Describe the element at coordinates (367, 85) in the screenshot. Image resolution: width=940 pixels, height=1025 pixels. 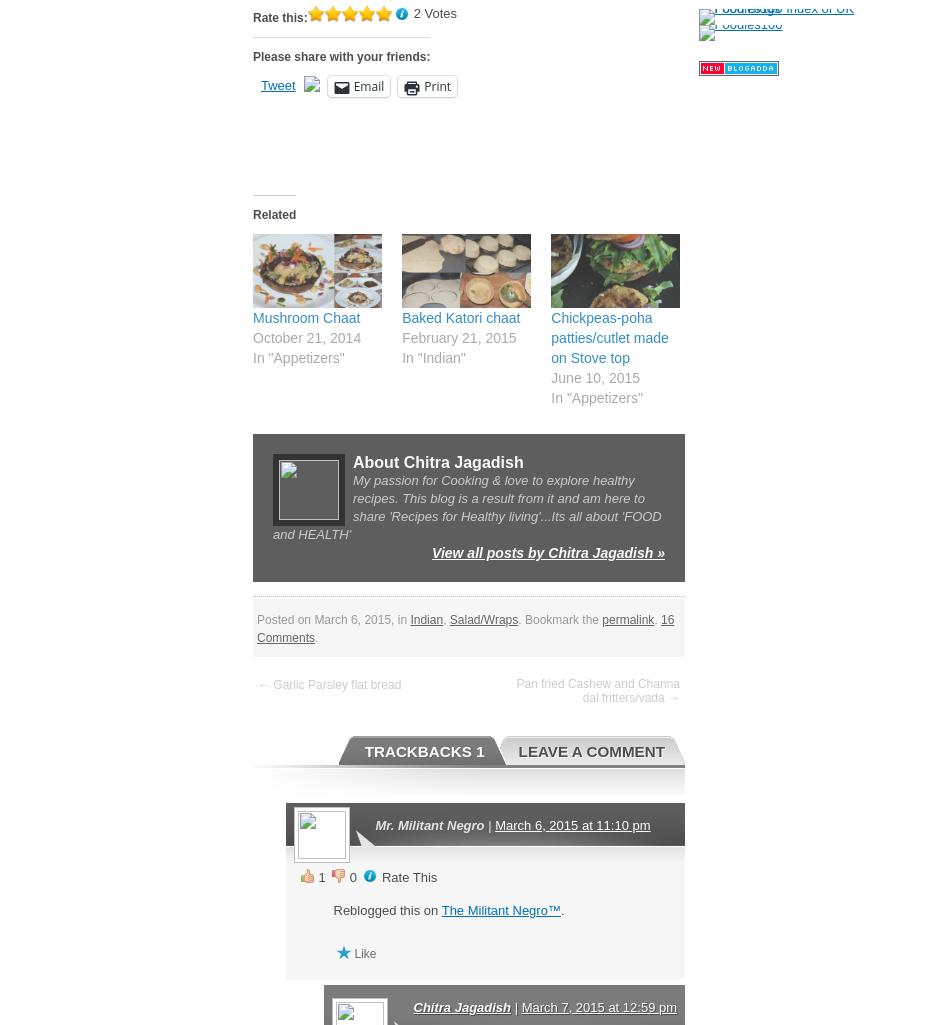
I see `'Email'` at that location.